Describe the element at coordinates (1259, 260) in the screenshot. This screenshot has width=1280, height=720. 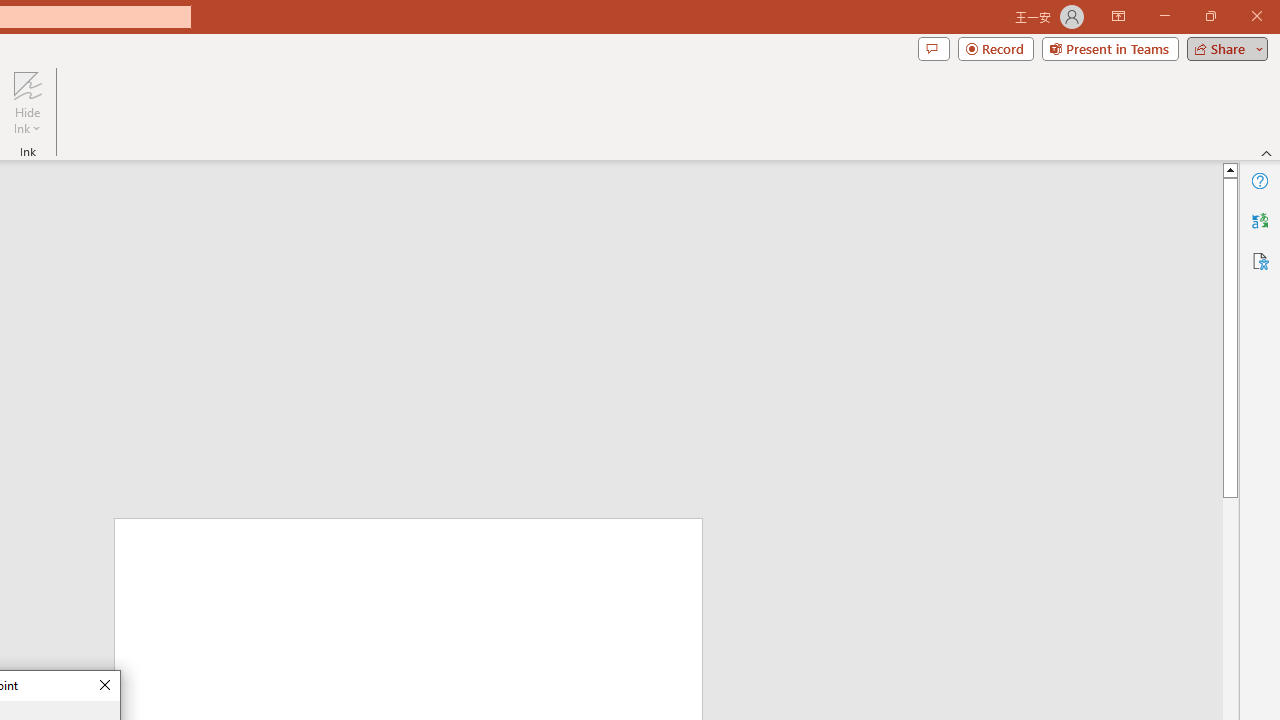
I see `'Accessibility'` at that location.